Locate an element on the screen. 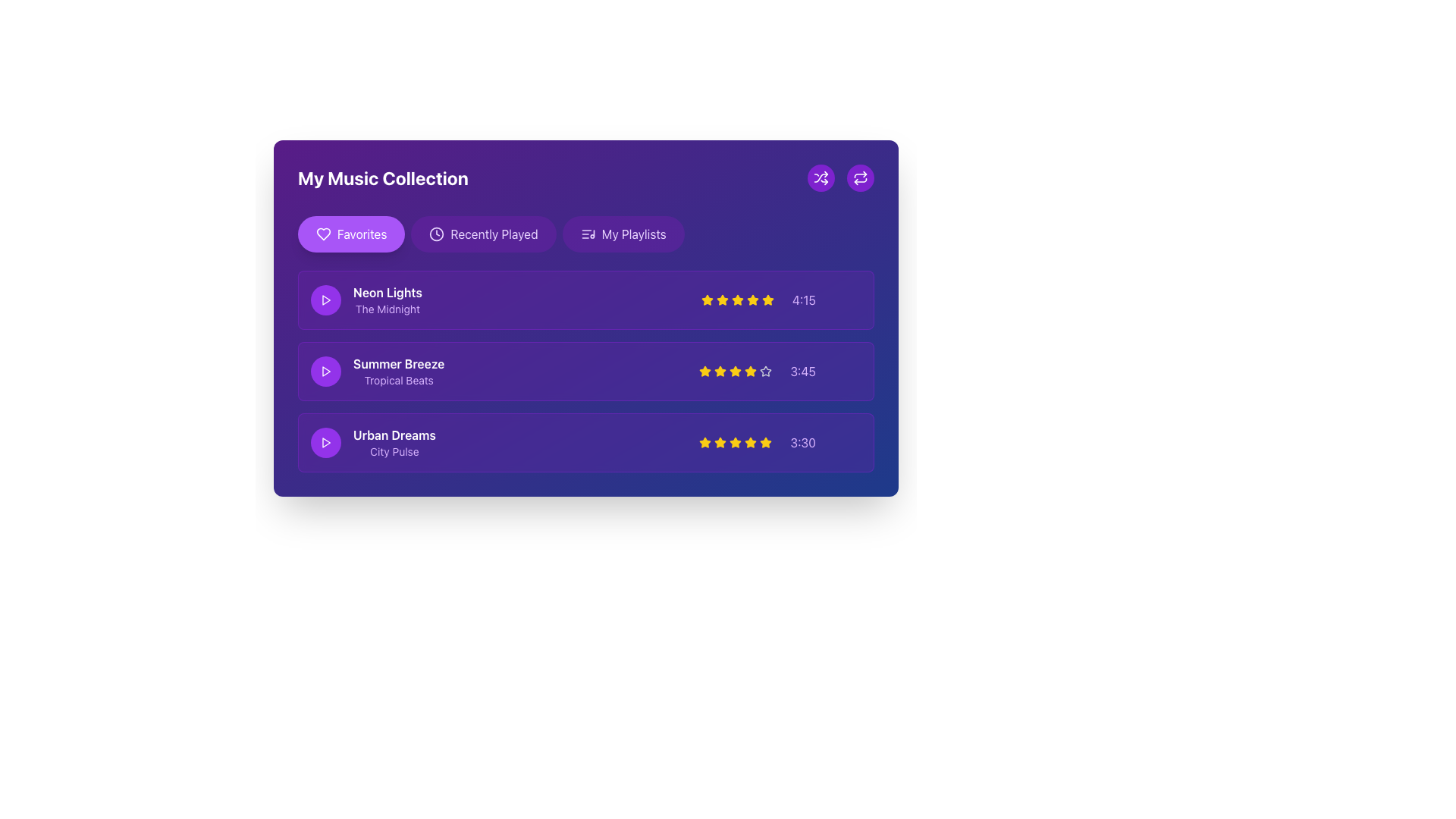 Image resolution: width=1456 pixels, height=819 pixels. the fourth yellow star icon in the rating section of the 'Summer Breeze' playlist is located at coordinates (736, 371).